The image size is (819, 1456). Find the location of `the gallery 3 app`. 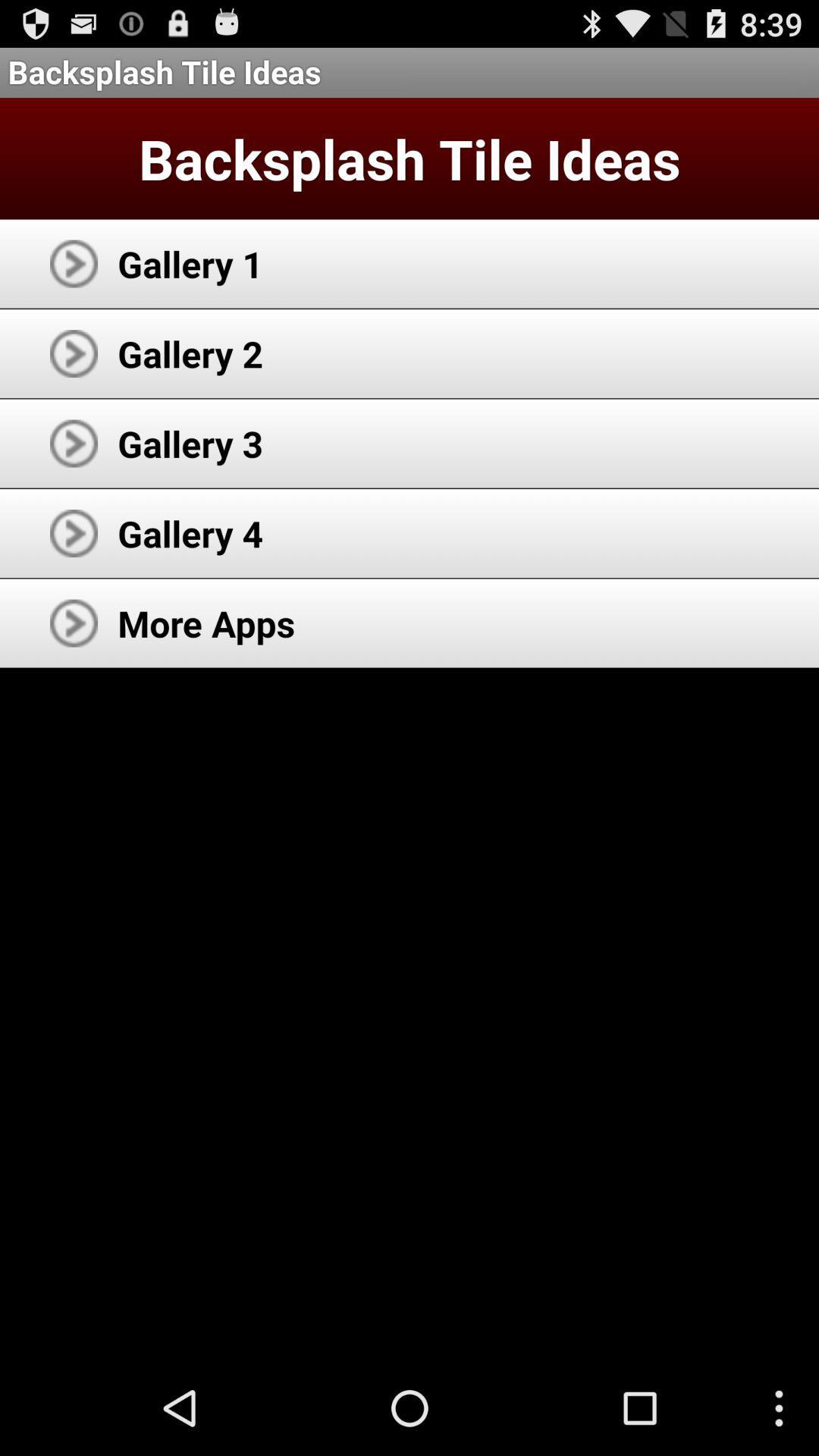

the gallery 3 app is located at coordinates (190, 443).